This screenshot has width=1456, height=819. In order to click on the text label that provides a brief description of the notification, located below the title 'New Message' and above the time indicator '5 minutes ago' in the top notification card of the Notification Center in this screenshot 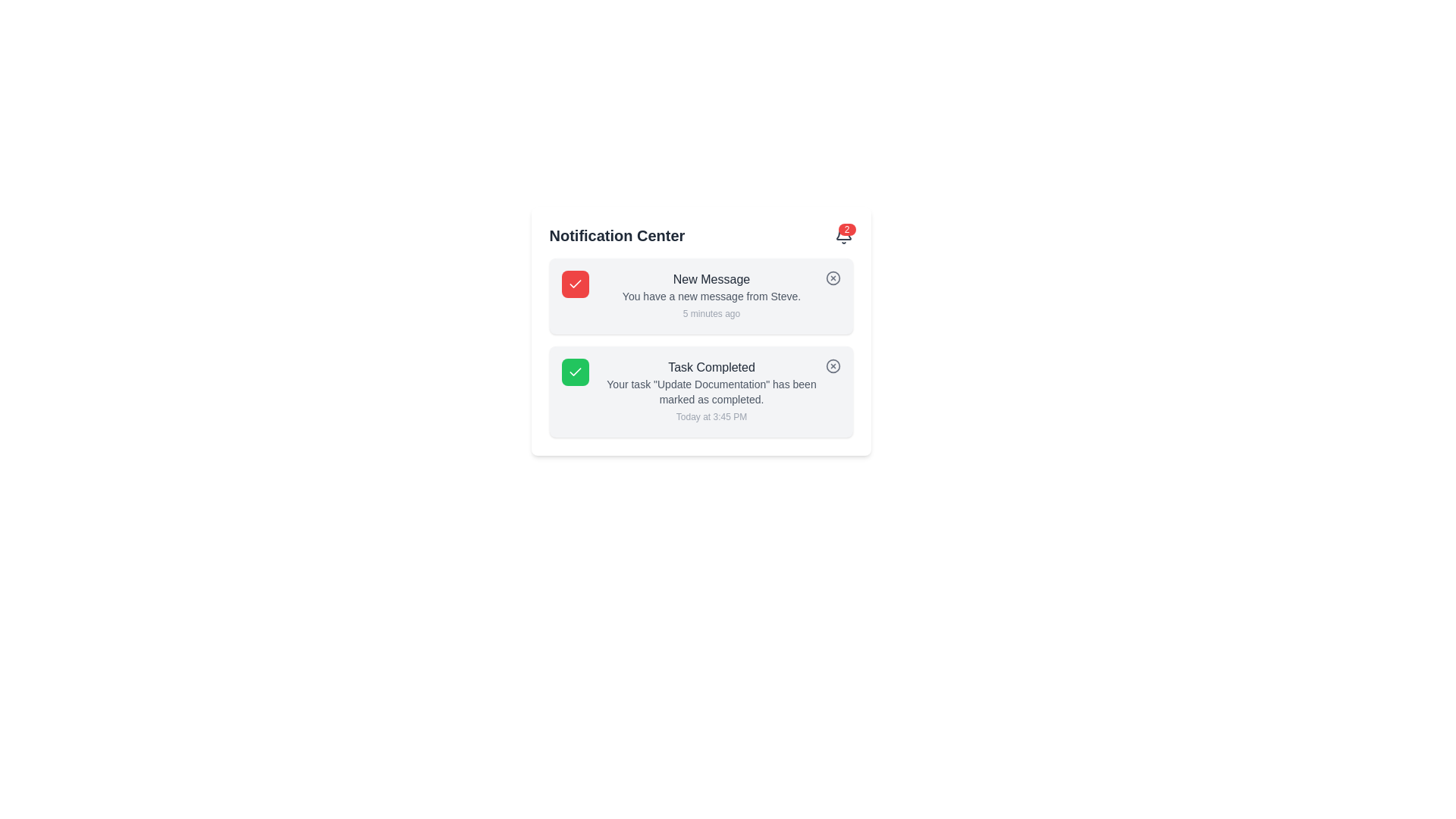, I will do `click(711, 296)`.